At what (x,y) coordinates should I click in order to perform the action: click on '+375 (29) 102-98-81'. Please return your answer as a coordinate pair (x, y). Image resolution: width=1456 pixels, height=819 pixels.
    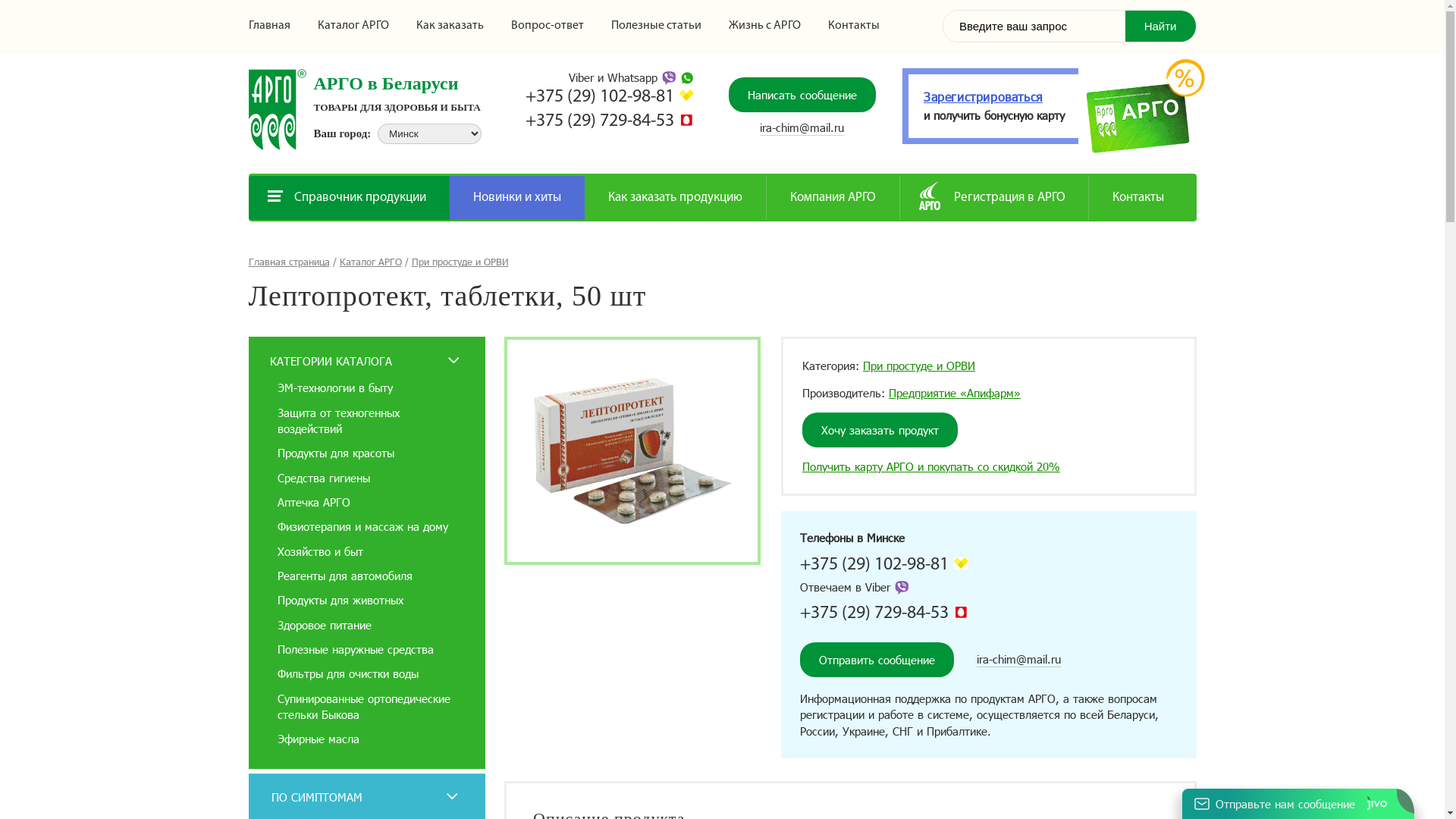
    Looking at the image, I should click on (799, 564).